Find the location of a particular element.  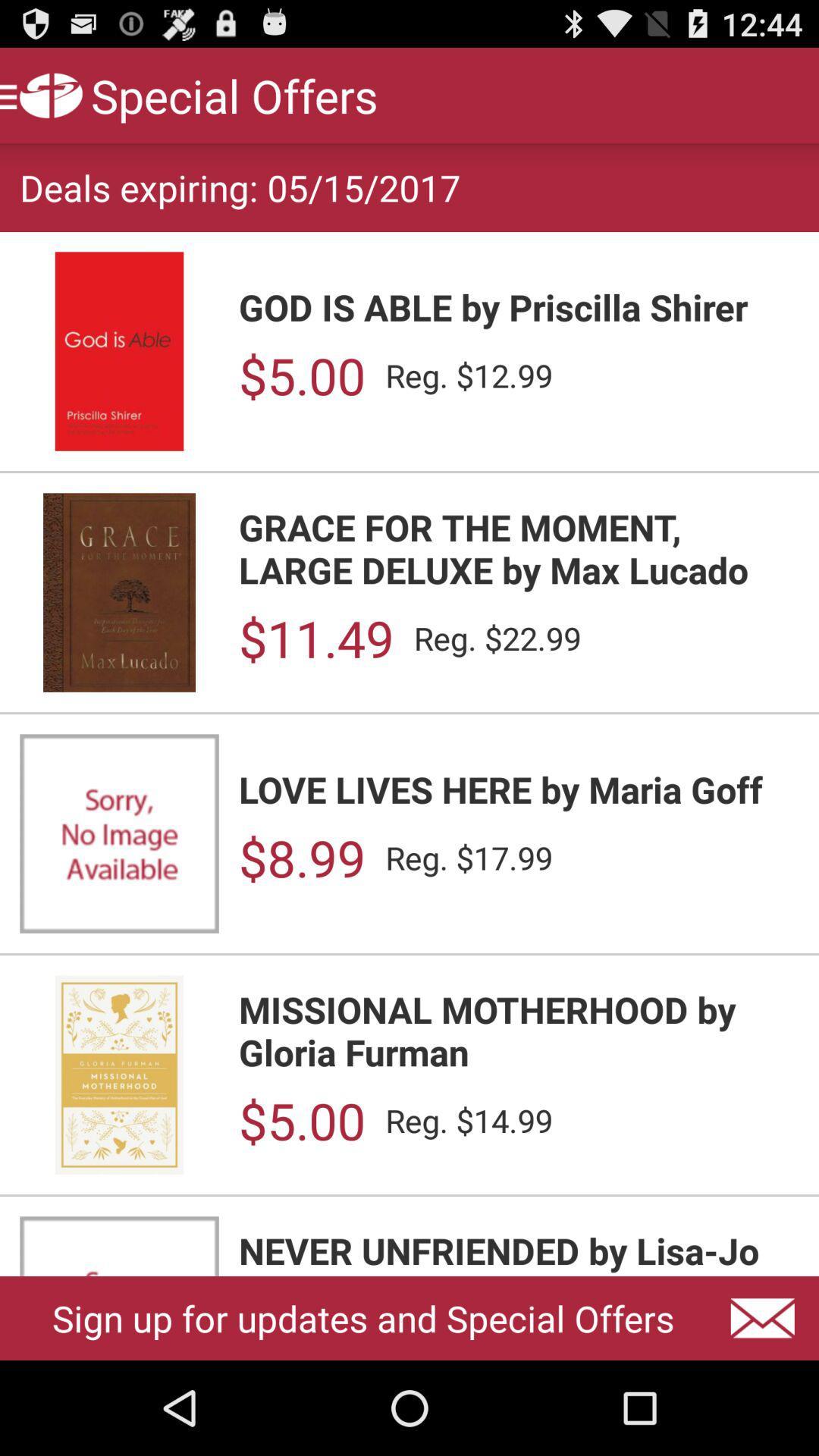

the item above the $5.00 is located at coordinates (518, 1031).